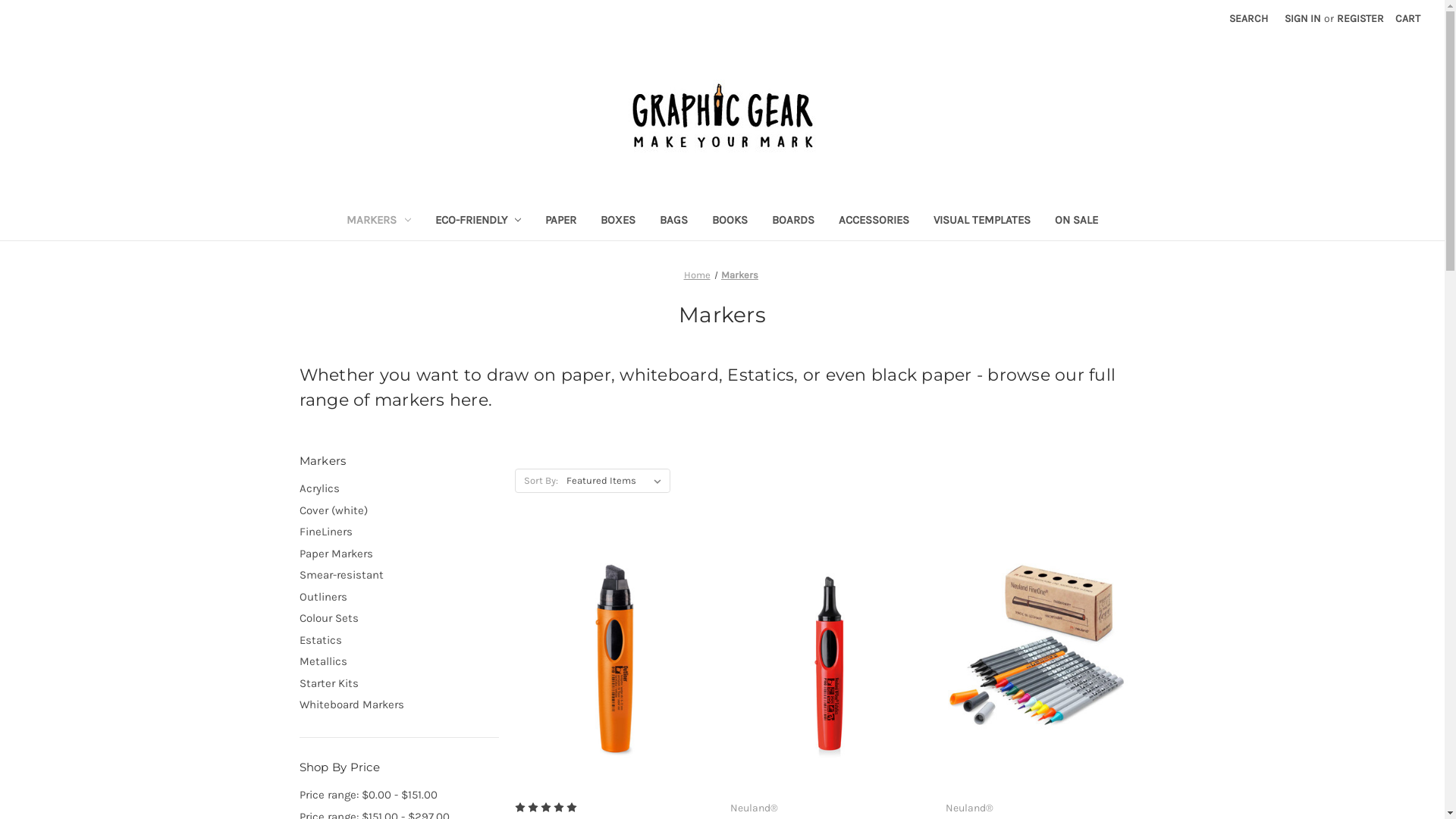 The height and width of the screenshot is (819, 1456). What do you see at coordinates (398, 704) in the screenshot?
I see `'Whiteboard Markers'` at bounding box center [398, 704].